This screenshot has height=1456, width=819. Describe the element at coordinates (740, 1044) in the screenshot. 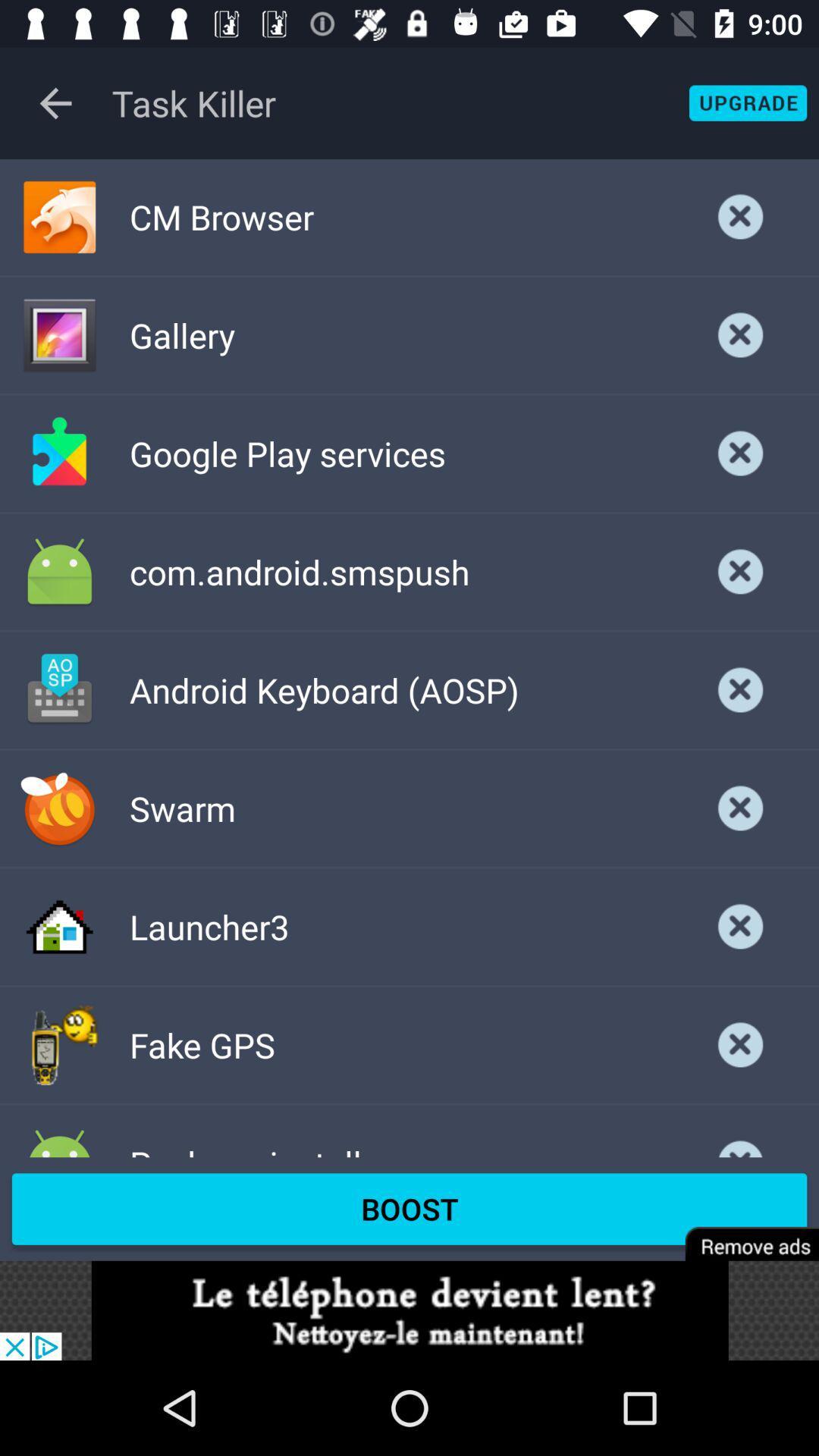

I see `page` at that location.